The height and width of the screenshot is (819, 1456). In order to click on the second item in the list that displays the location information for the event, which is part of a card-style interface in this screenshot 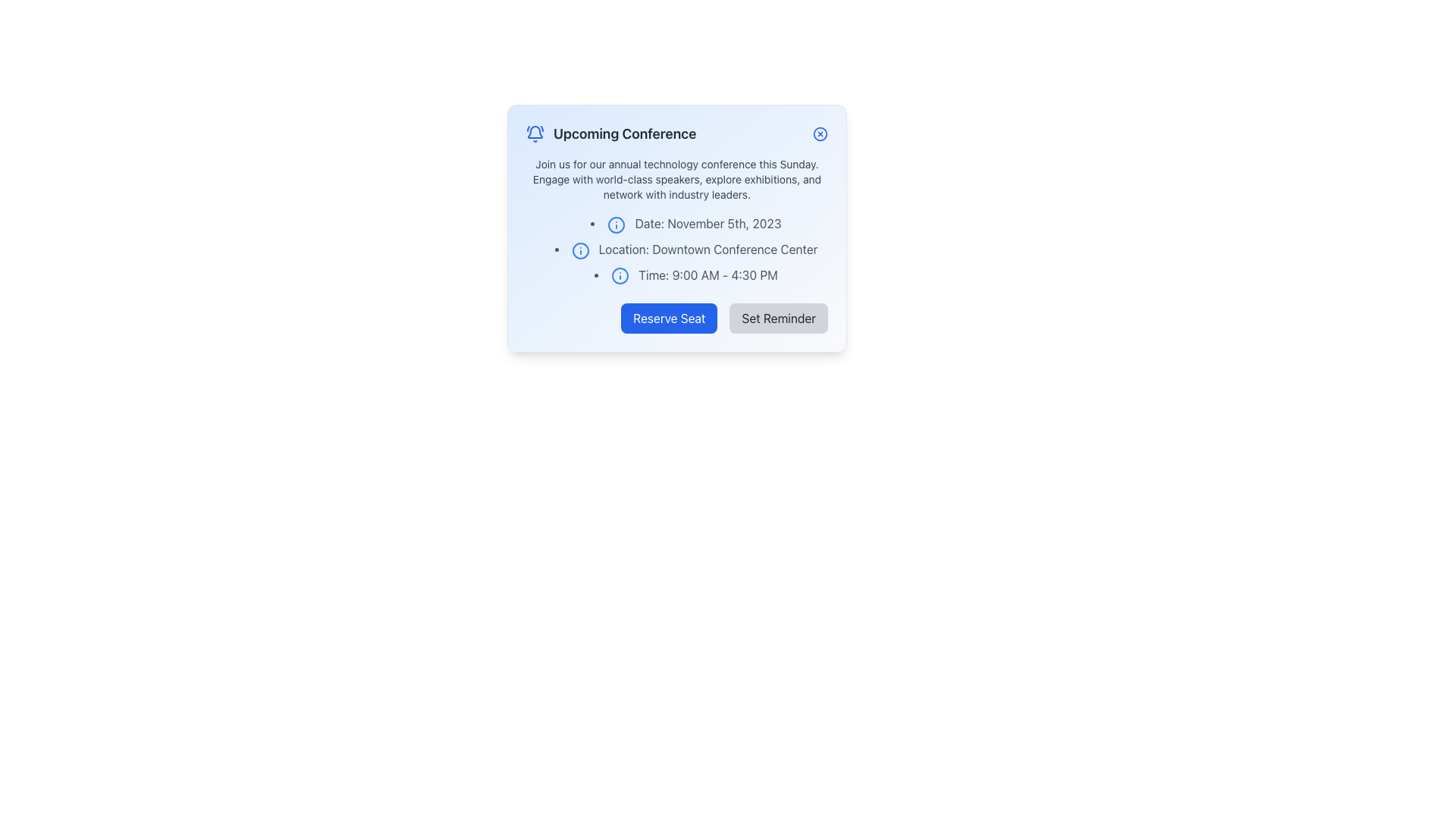, I will do `click(686, 248)`.